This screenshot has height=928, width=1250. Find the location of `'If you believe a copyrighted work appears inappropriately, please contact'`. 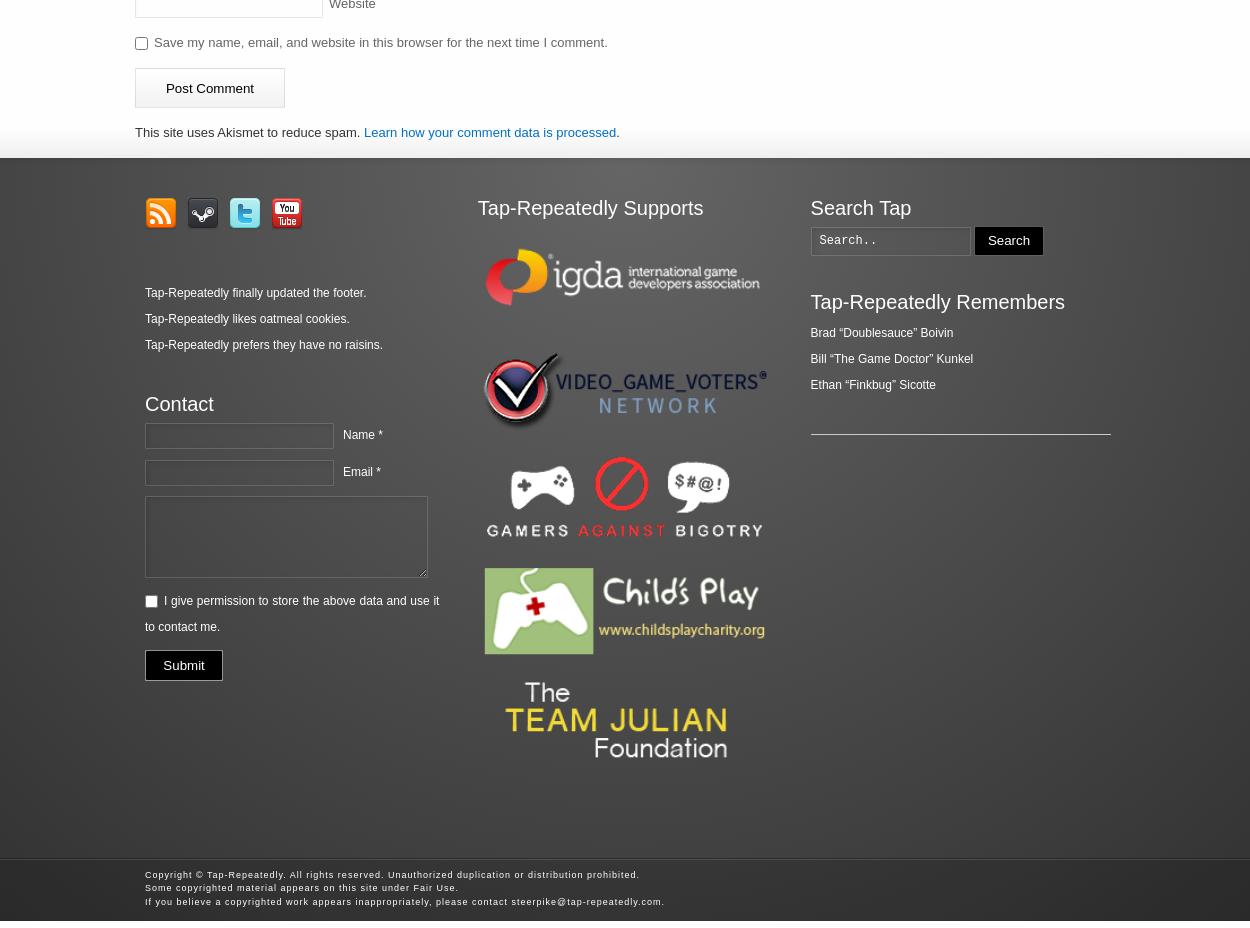

'If you believe a copyrighted work appears inappropriately, please contact' is located at coordinates (327, 900).